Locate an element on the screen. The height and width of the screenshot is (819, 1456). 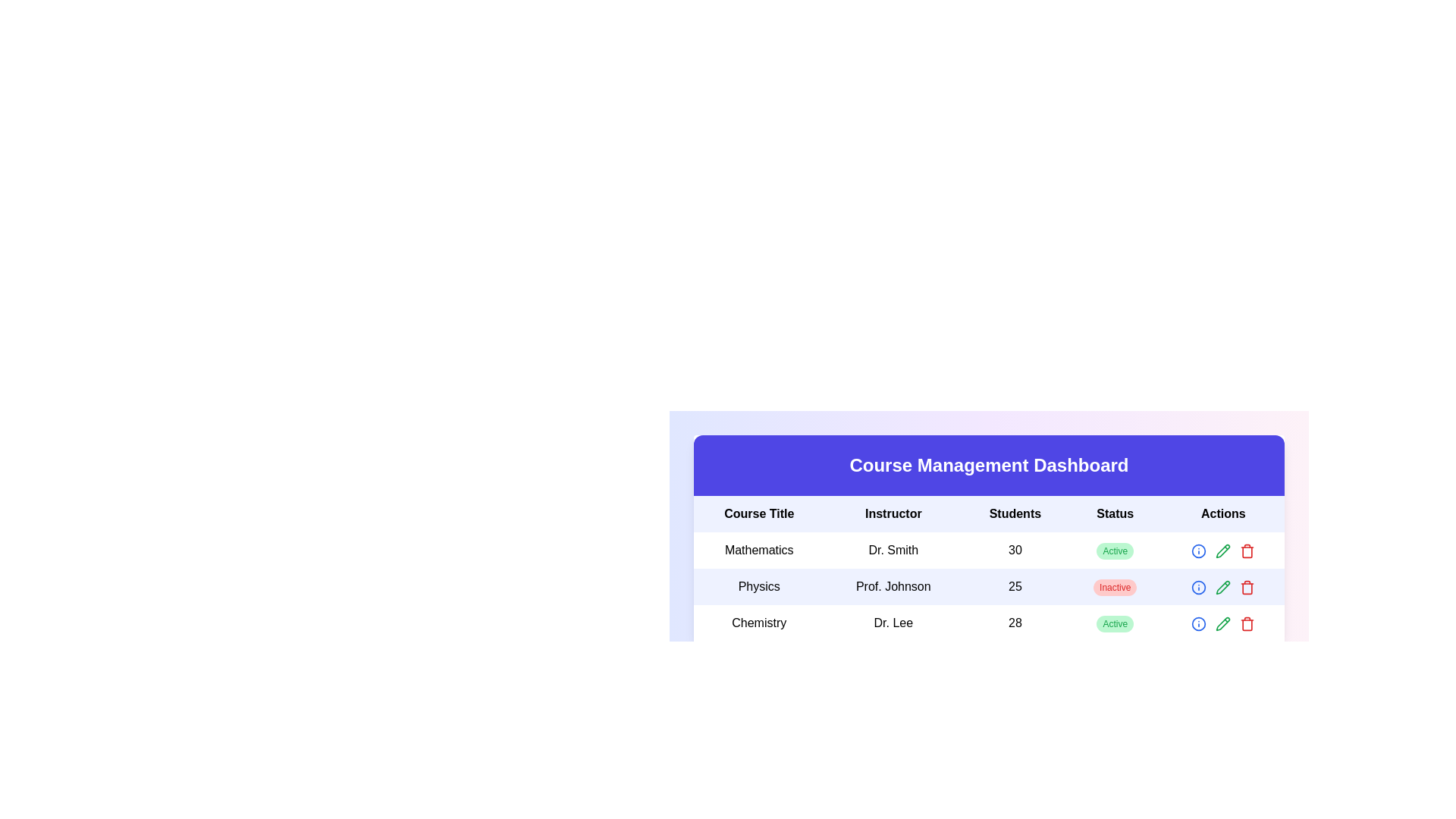
the 'Active' status indicator badge, which is a small rectangular badge with a green background located in the 'Status' column of the first row in a data table is located at coordinates (1115, 551).